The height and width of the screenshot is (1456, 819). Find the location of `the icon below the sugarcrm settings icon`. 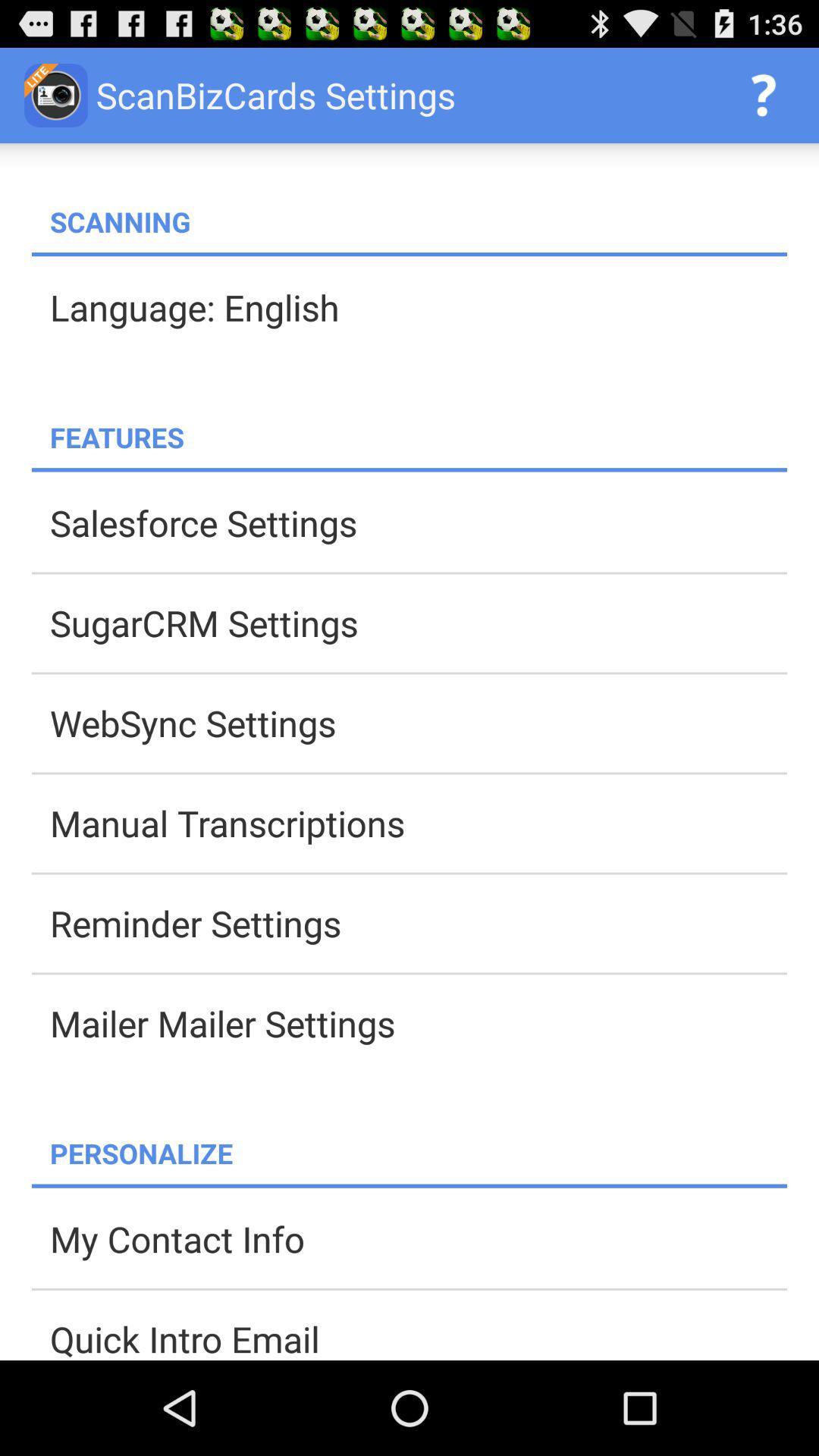

the icon below the sugarcrm settings icon is located at coordinates (418, 722).